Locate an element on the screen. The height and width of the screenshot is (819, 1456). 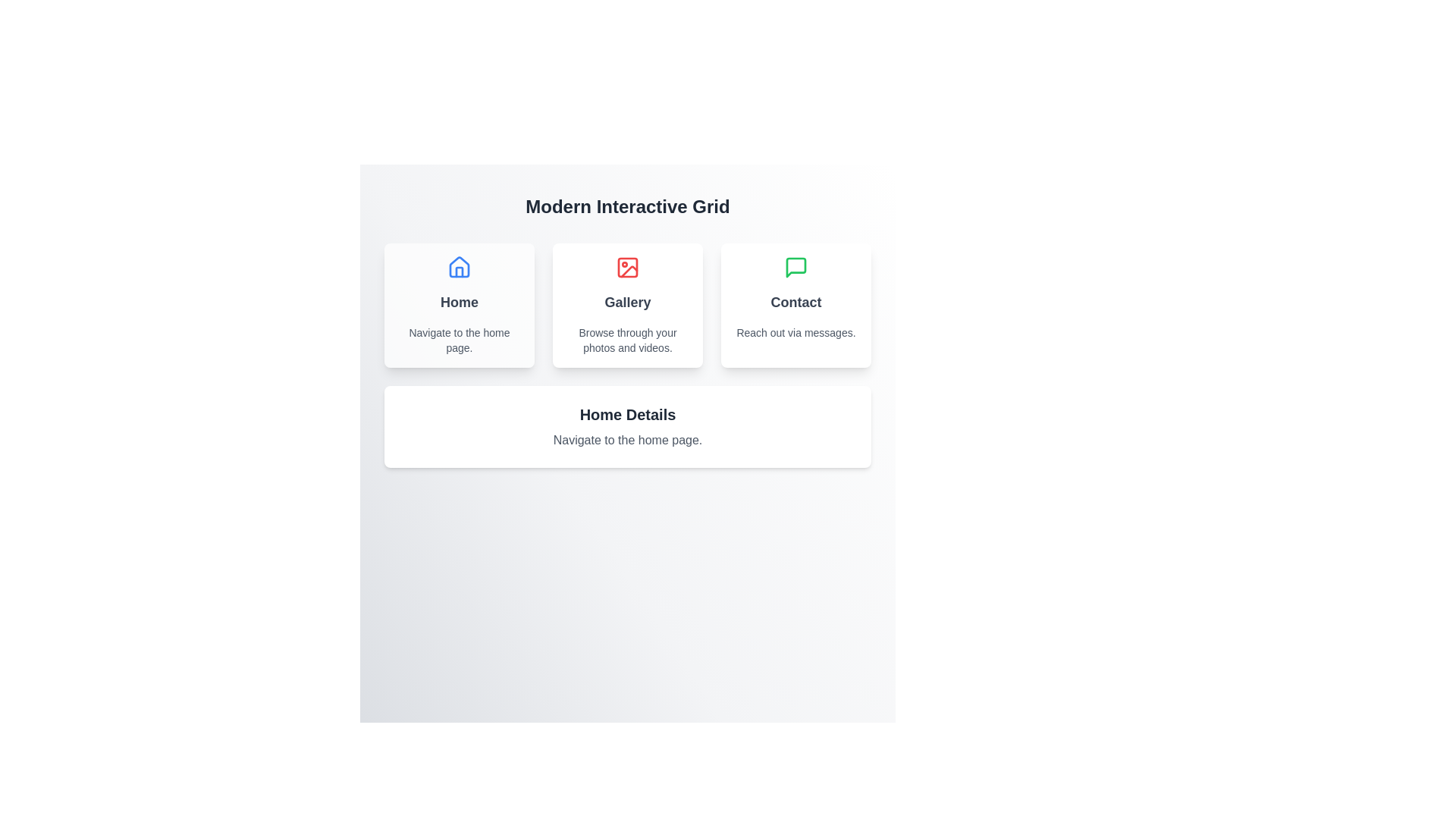
the home icon, which is a blue-stroked house outline located above the text 'Home' in the first card of three horizontal cards is located at coordinates (458, 267).